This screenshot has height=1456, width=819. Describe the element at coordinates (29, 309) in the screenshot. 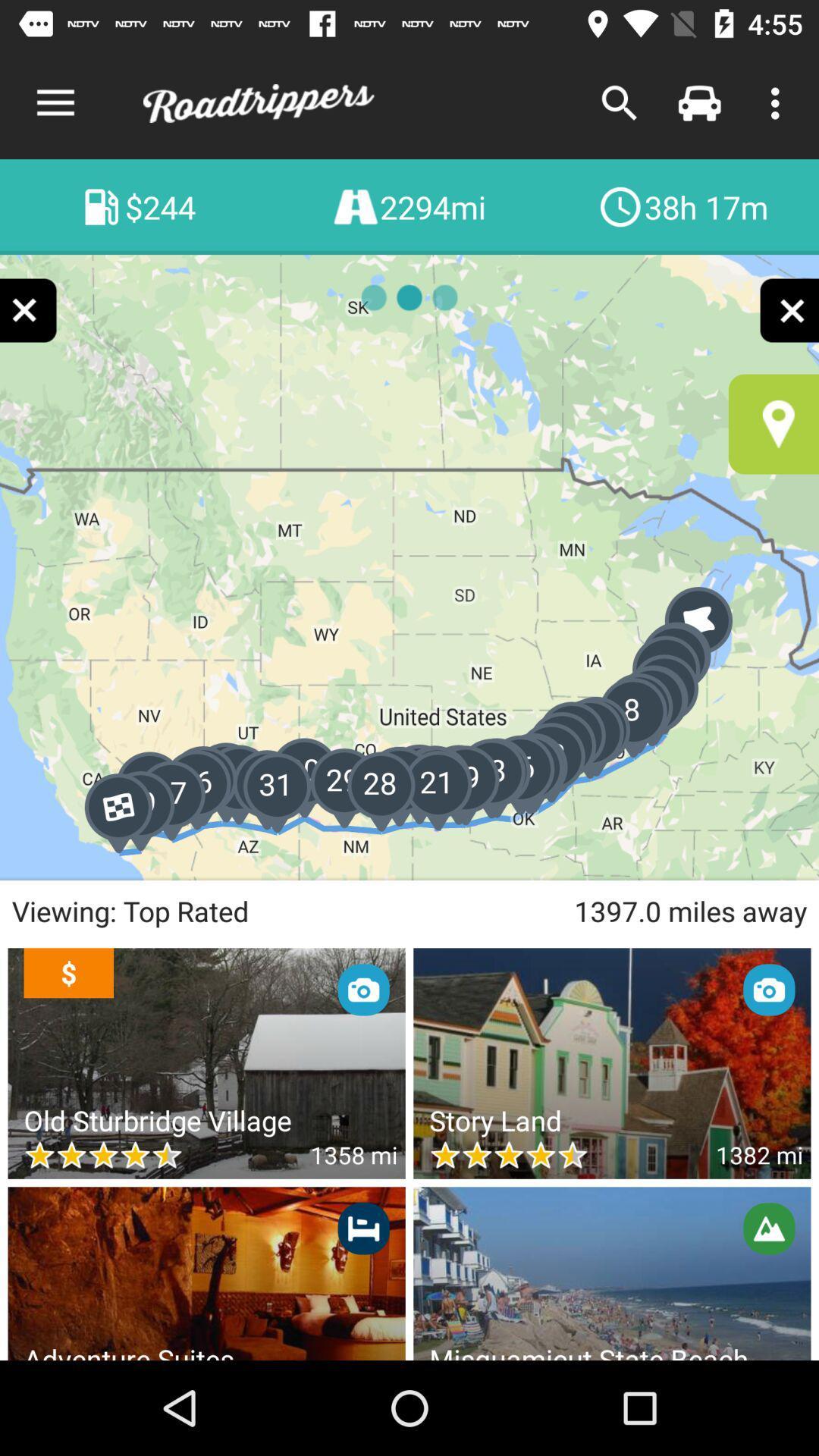

I see `the close icon` at that location.